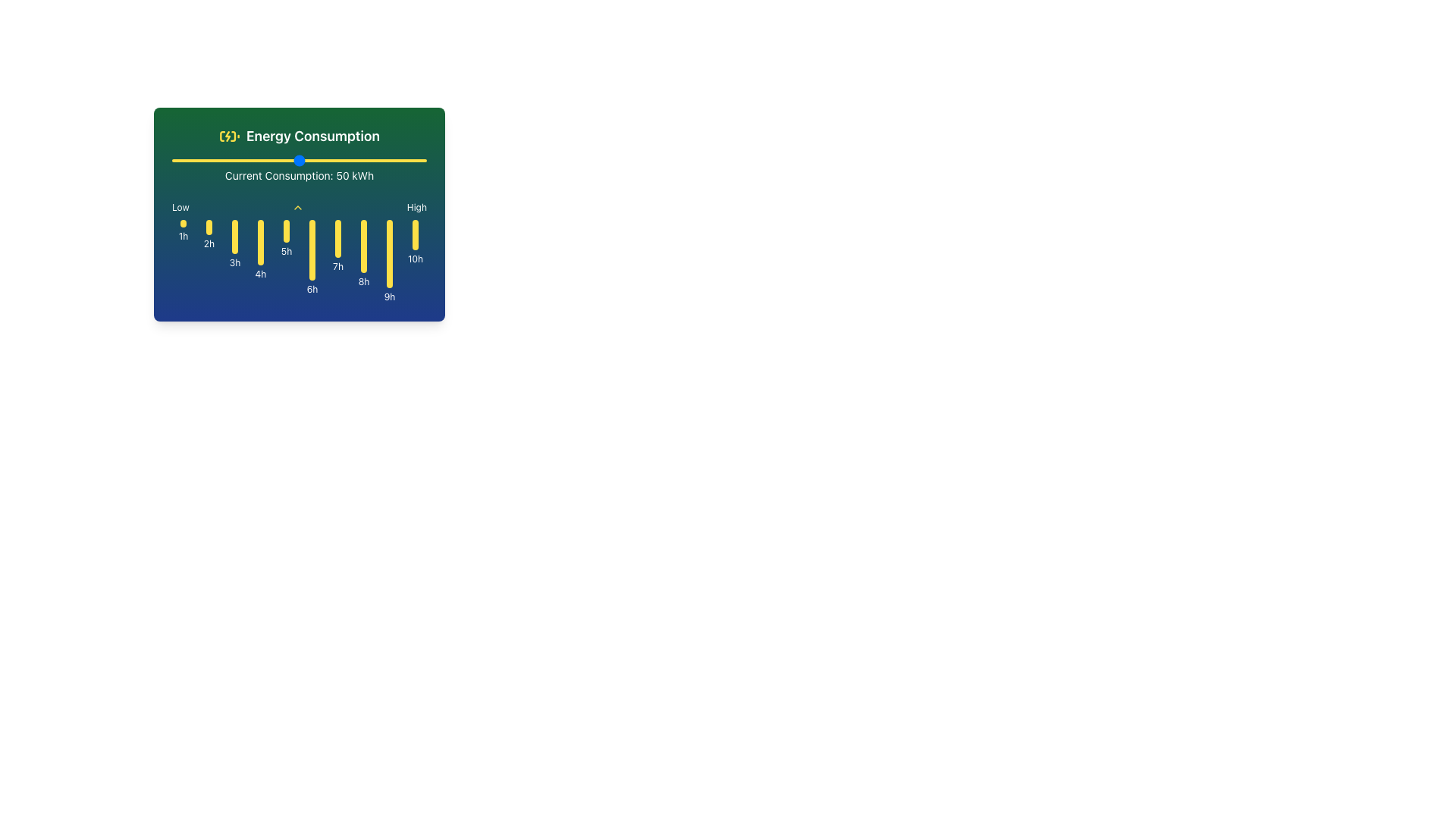  What do you see at coordinates (389, 297) in the screenshot?
I see `the Text Label marking the 9-hour point in the timeline, located in the bottom-right region of the card-shaped interface` at bounding box center [389, 297].